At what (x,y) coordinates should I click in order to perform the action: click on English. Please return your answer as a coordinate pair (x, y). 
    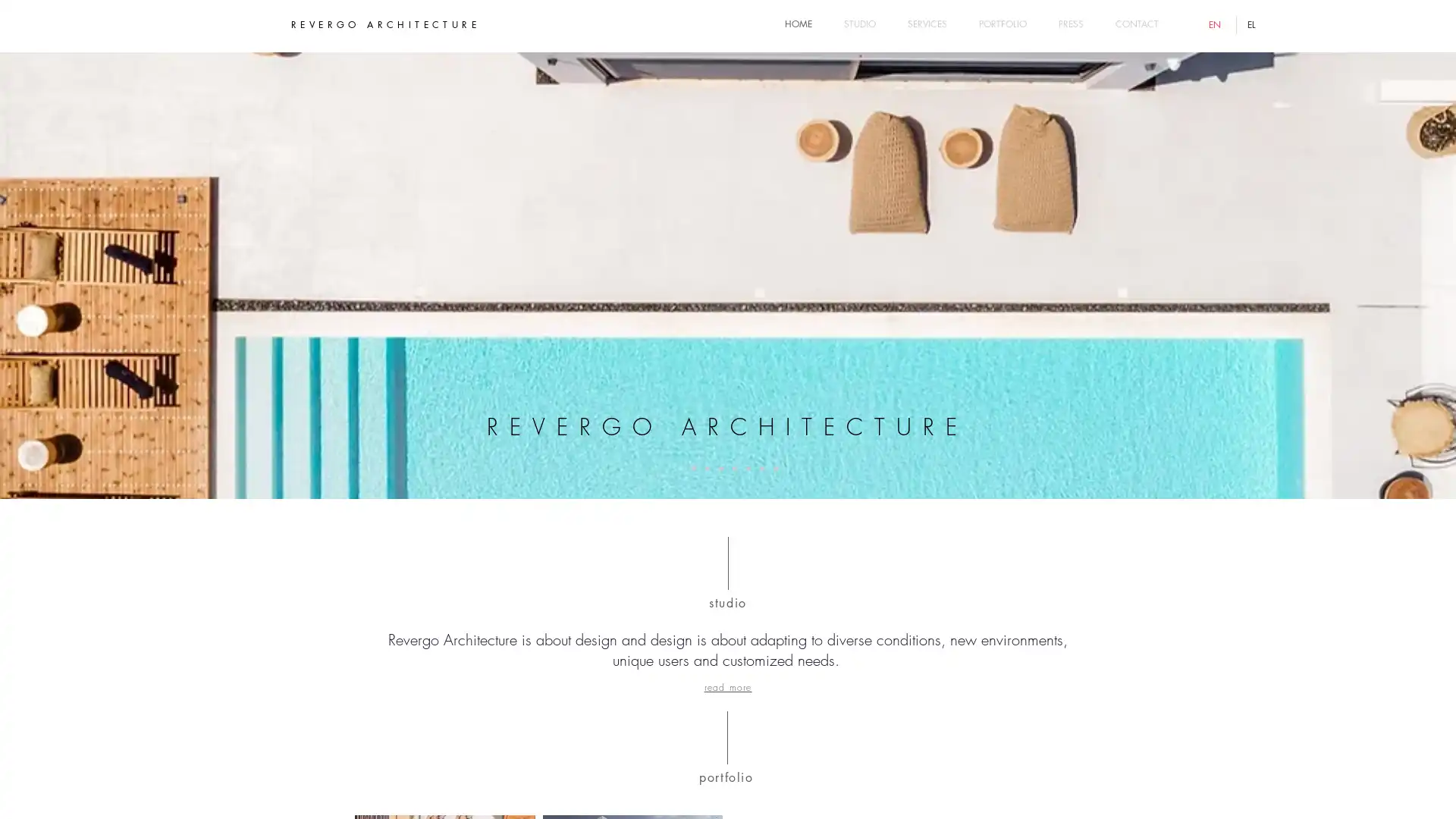
    Looking at the image, I should click on (1216, 25).